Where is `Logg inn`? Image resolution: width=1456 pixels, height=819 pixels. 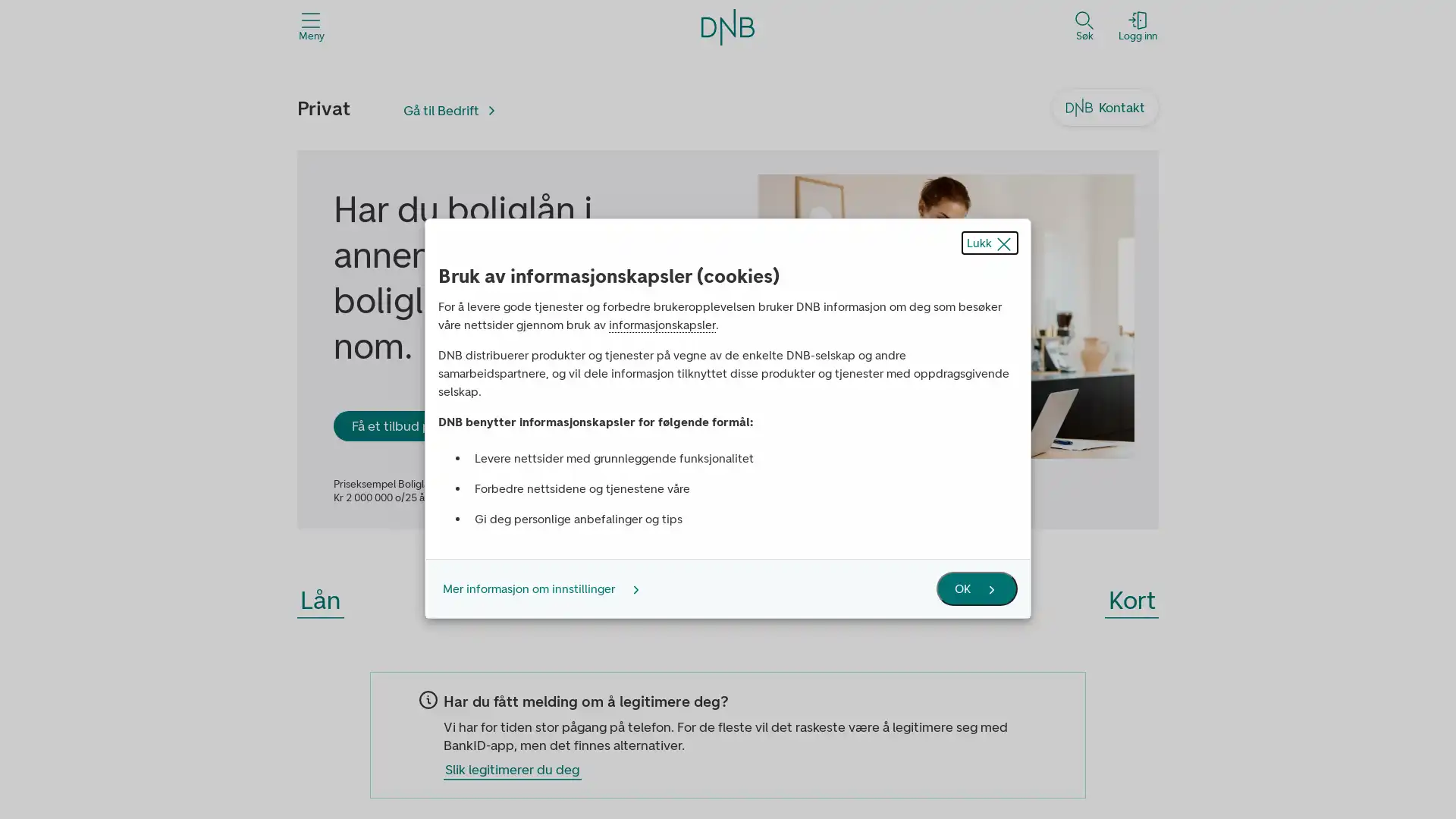 Logg inn is located at coordinates (1137, 26).